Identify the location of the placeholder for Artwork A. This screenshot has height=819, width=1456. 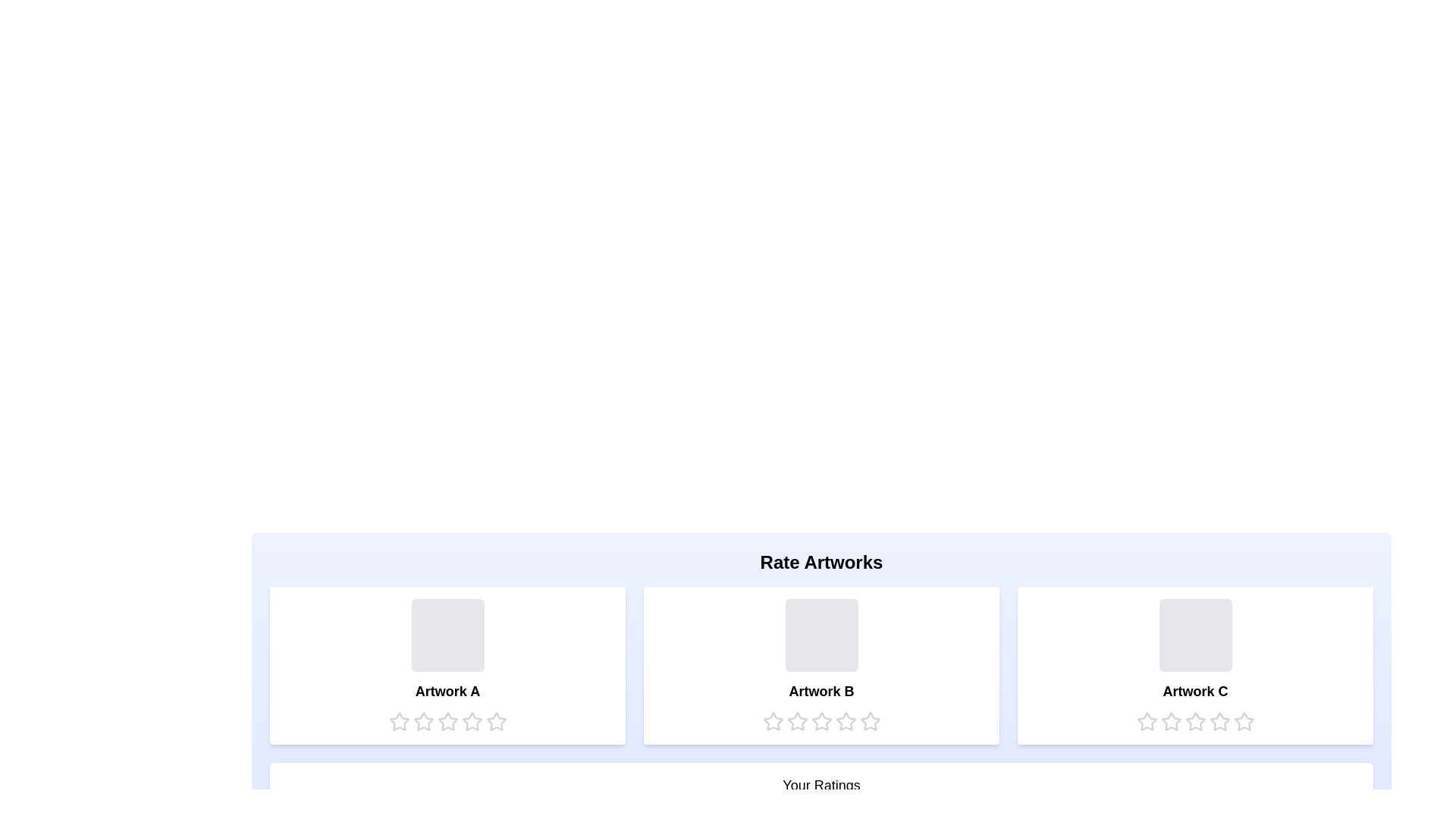
(447, 635).